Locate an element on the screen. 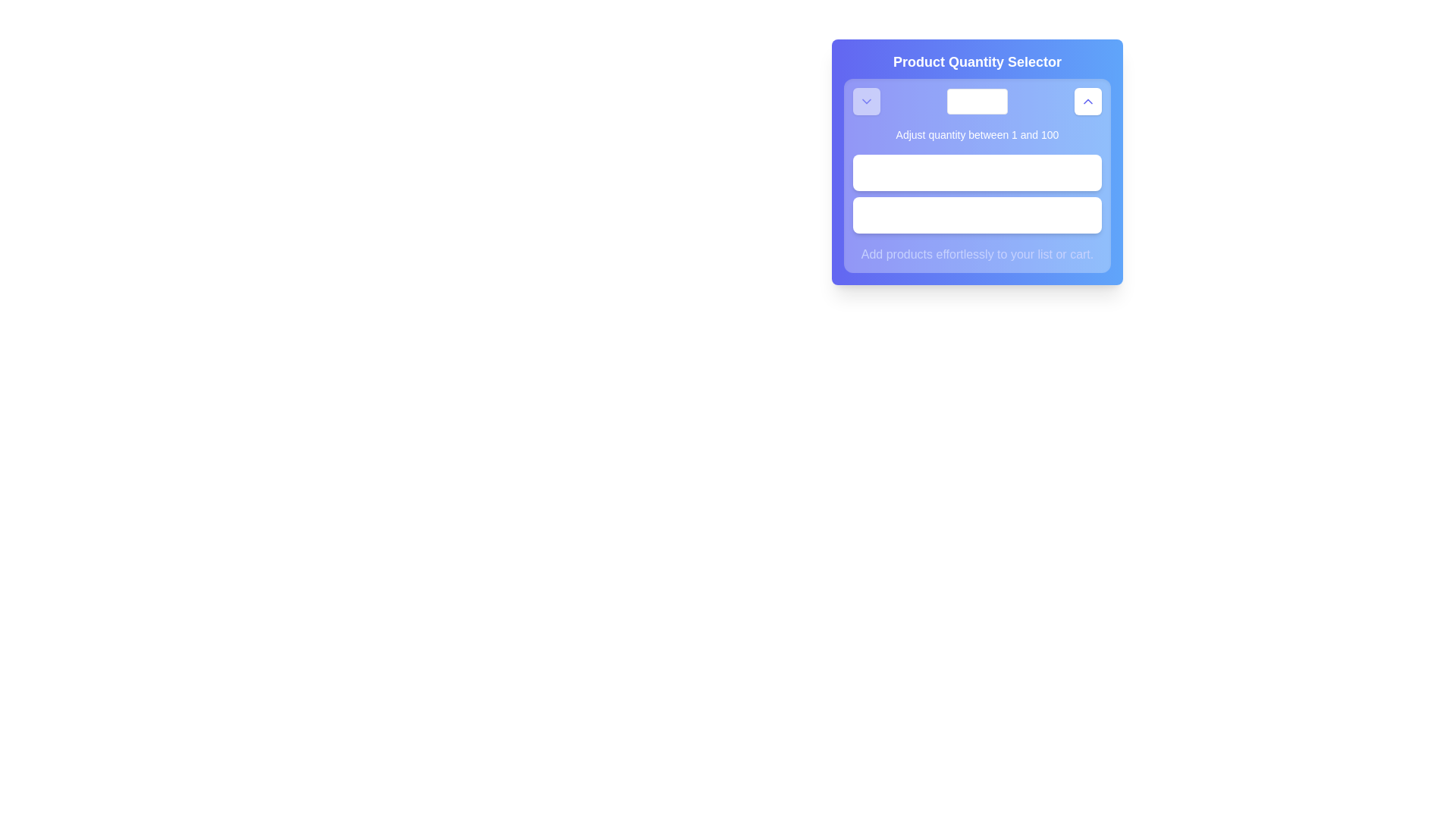  the quantity is located at coordinates (981, 171).